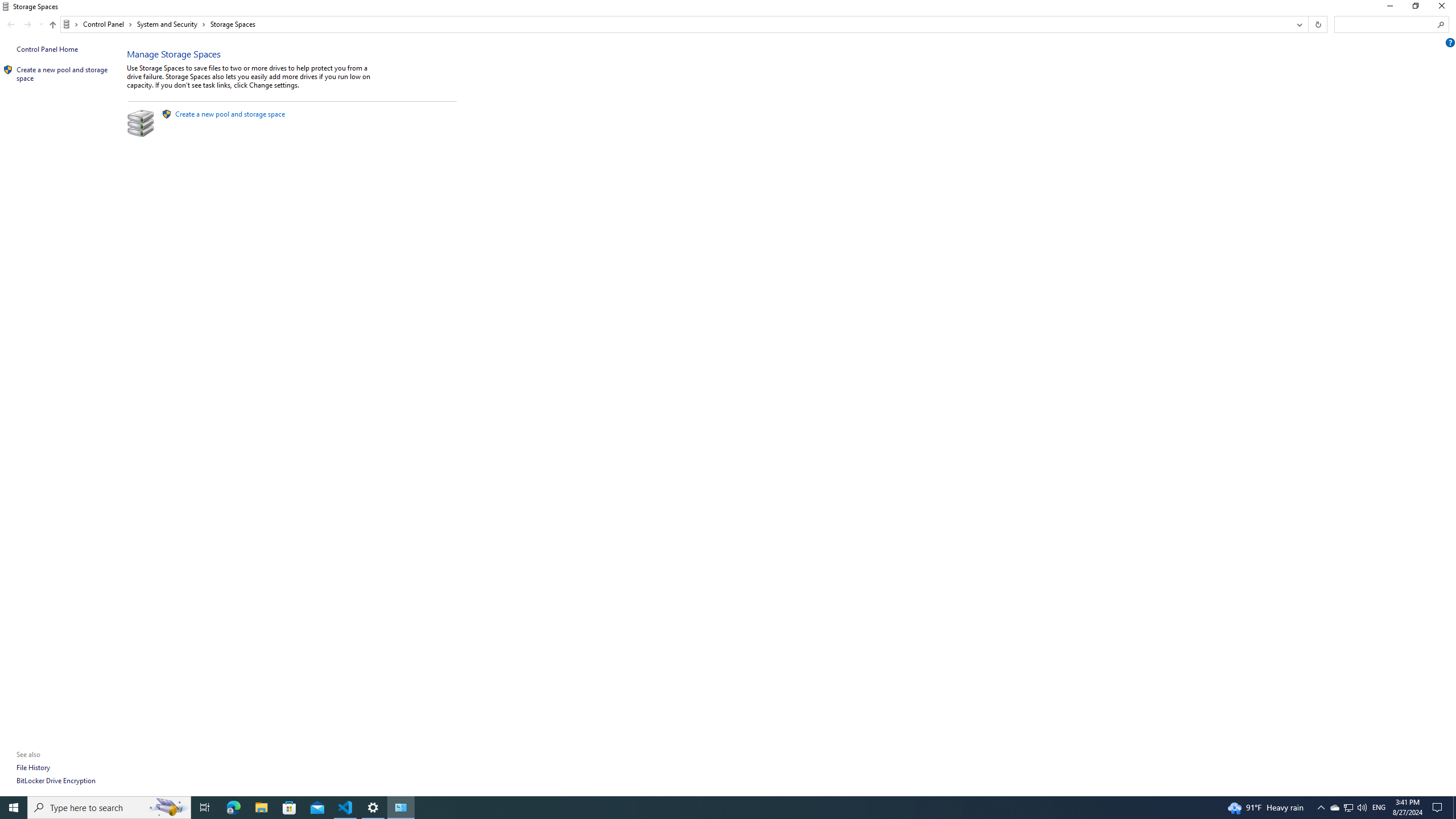  Describe the element at coordinates (24, 24) in the screenshot. I see `'Navigation buttons'` at that location.